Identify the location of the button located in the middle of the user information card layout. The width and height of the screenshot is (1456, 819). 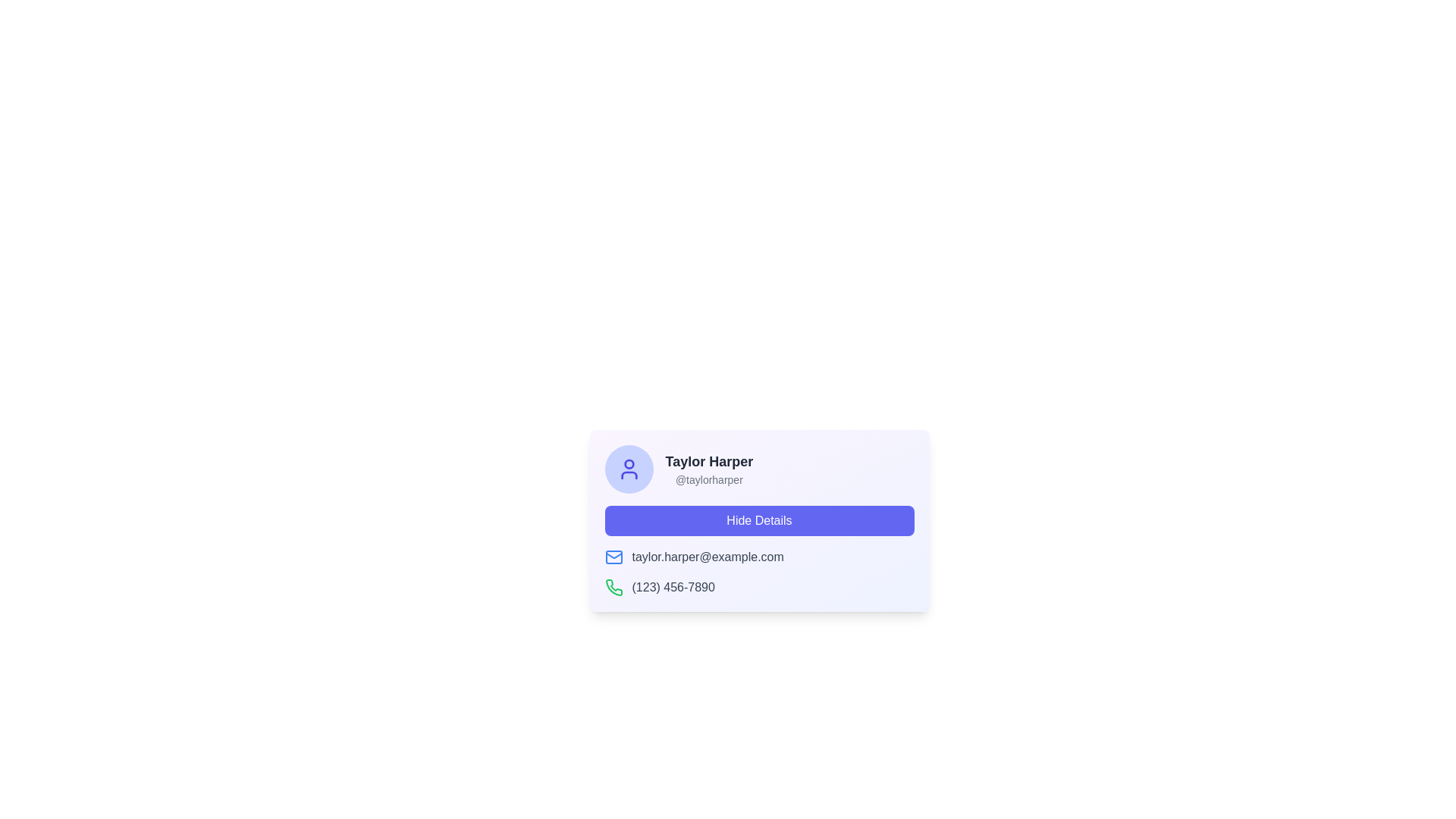
(759, 519).